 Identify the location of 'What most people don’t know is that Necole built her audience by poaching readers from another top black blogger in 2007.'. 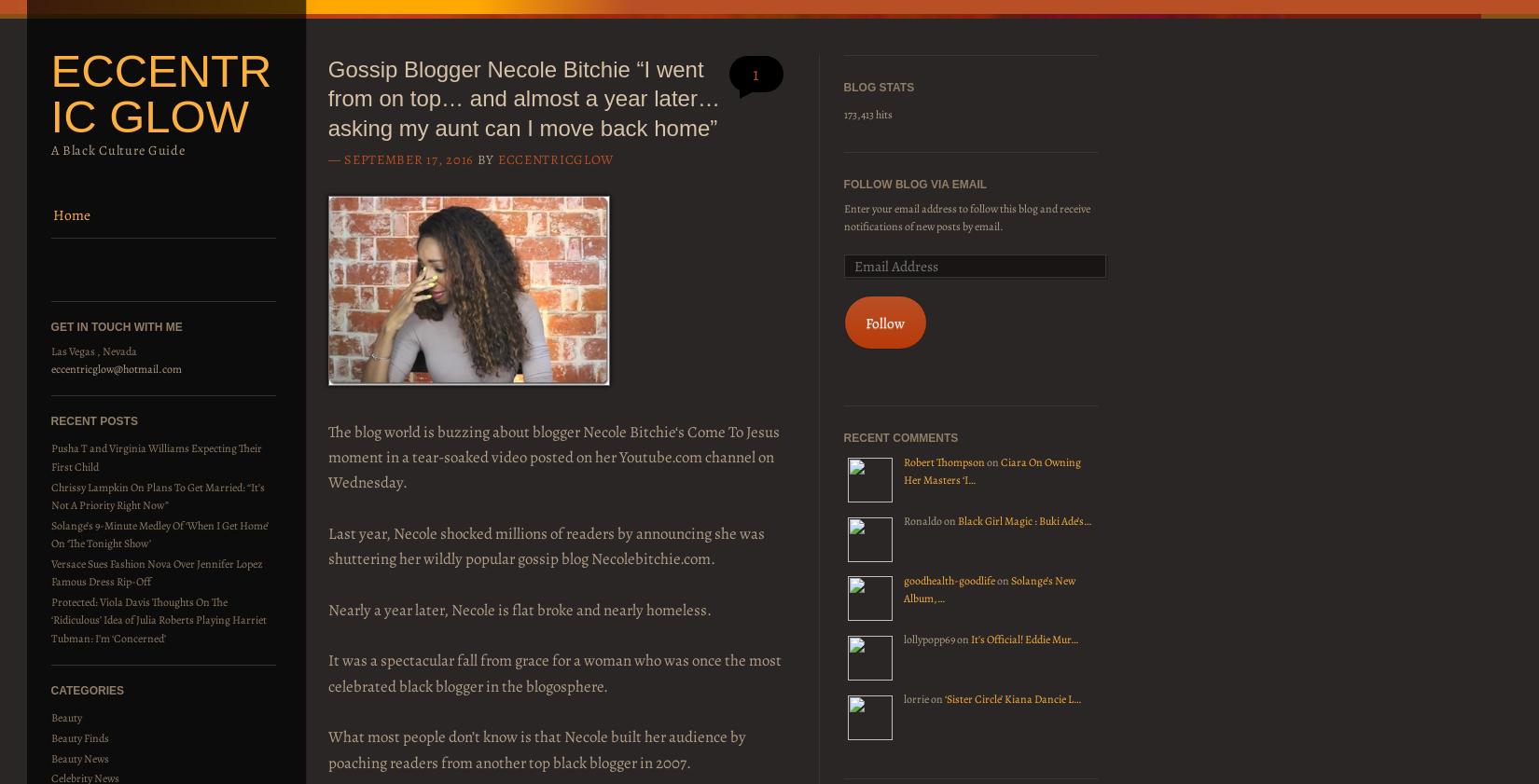
(326, 749).